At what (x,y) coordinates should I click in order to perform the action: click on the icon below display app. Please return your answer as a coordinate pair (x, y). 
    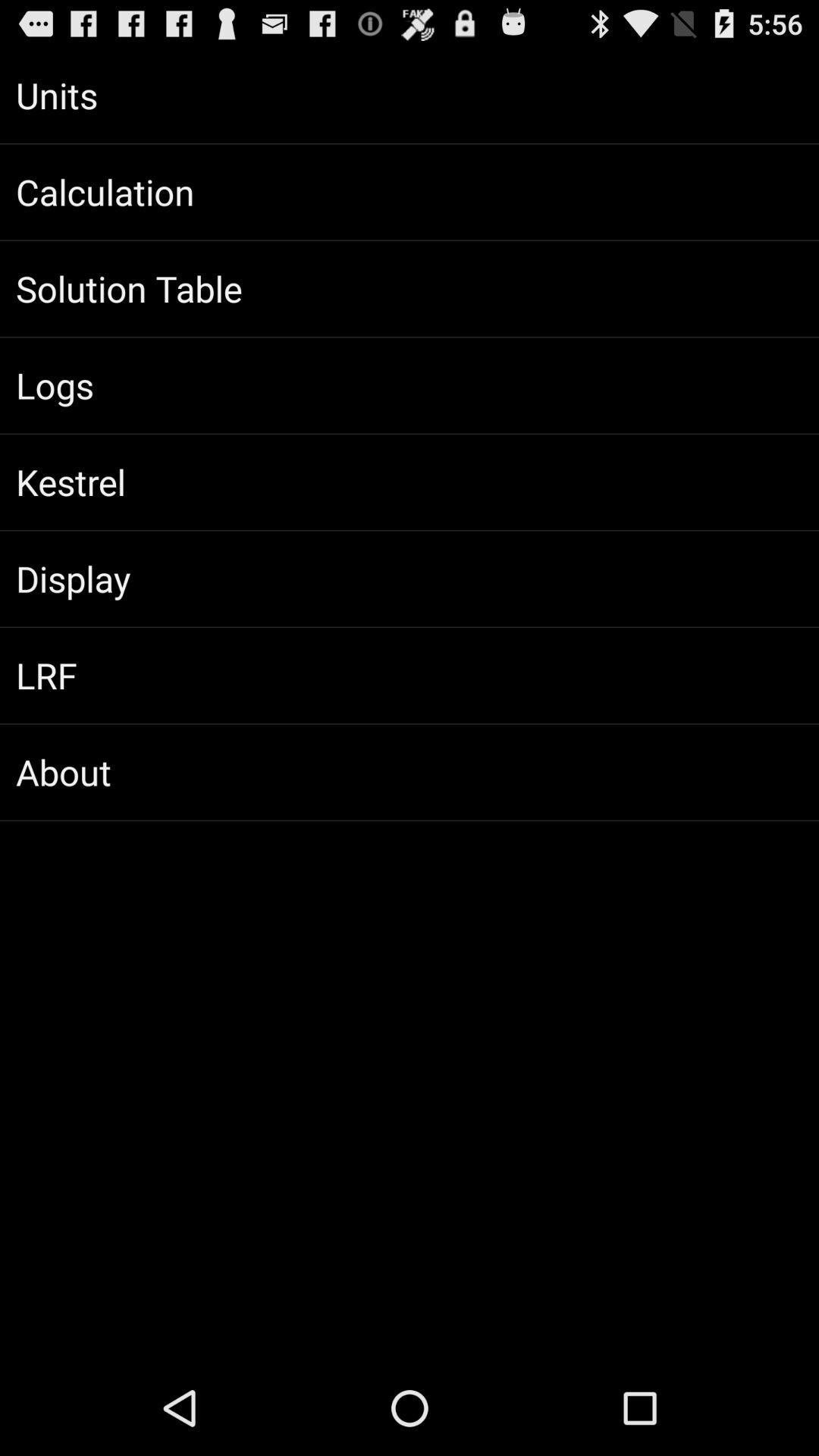
    Looking at the image, I should click on (409, 675).